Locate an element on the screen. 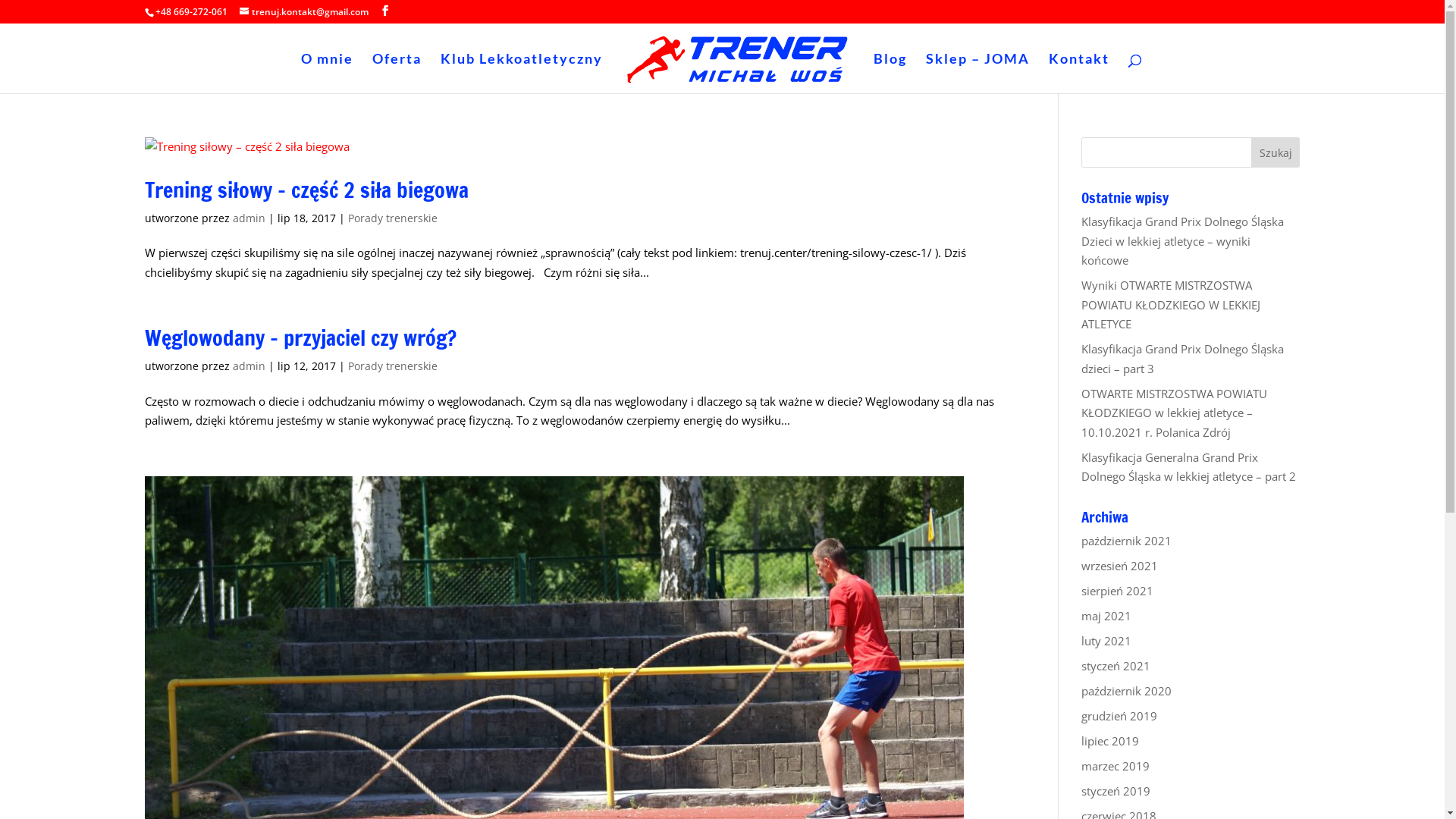 The image size is (1456, 819). 'Szukaj' is located at coordinates (1275, 152).